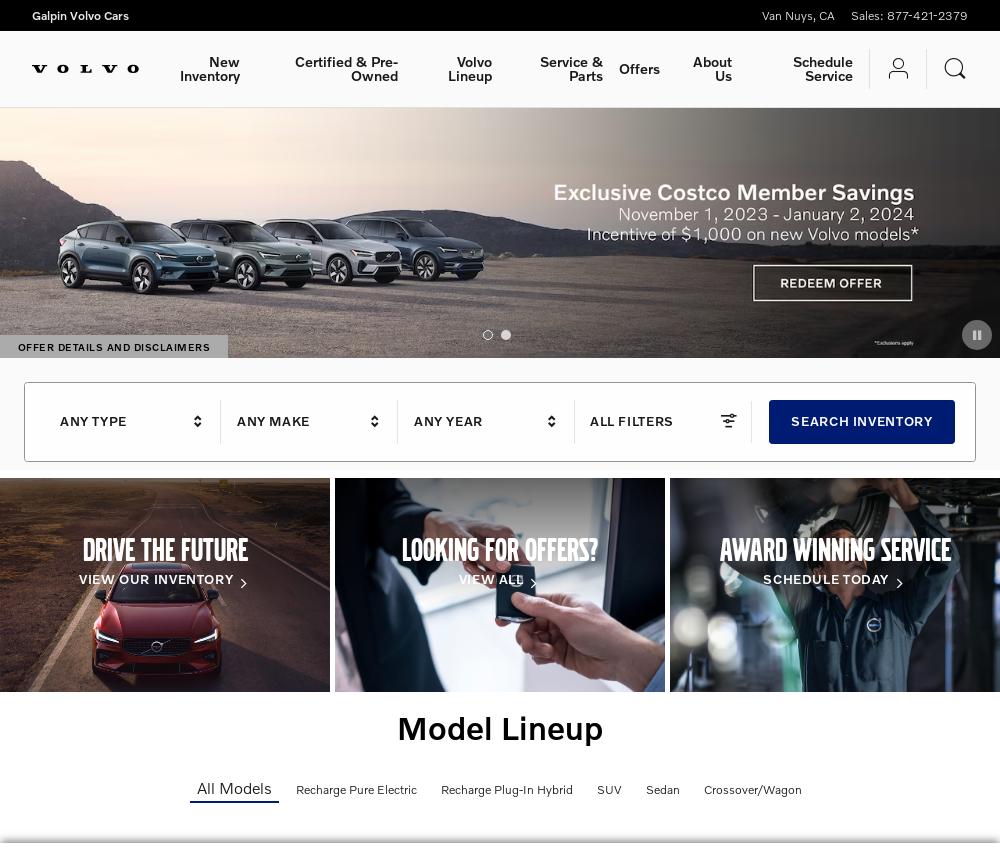 This screenshot has height=851, width=1000. What do you see at coordinates (607, 788) in the screenshot?
I see `'SUV'` at bounding box center [607, 788].